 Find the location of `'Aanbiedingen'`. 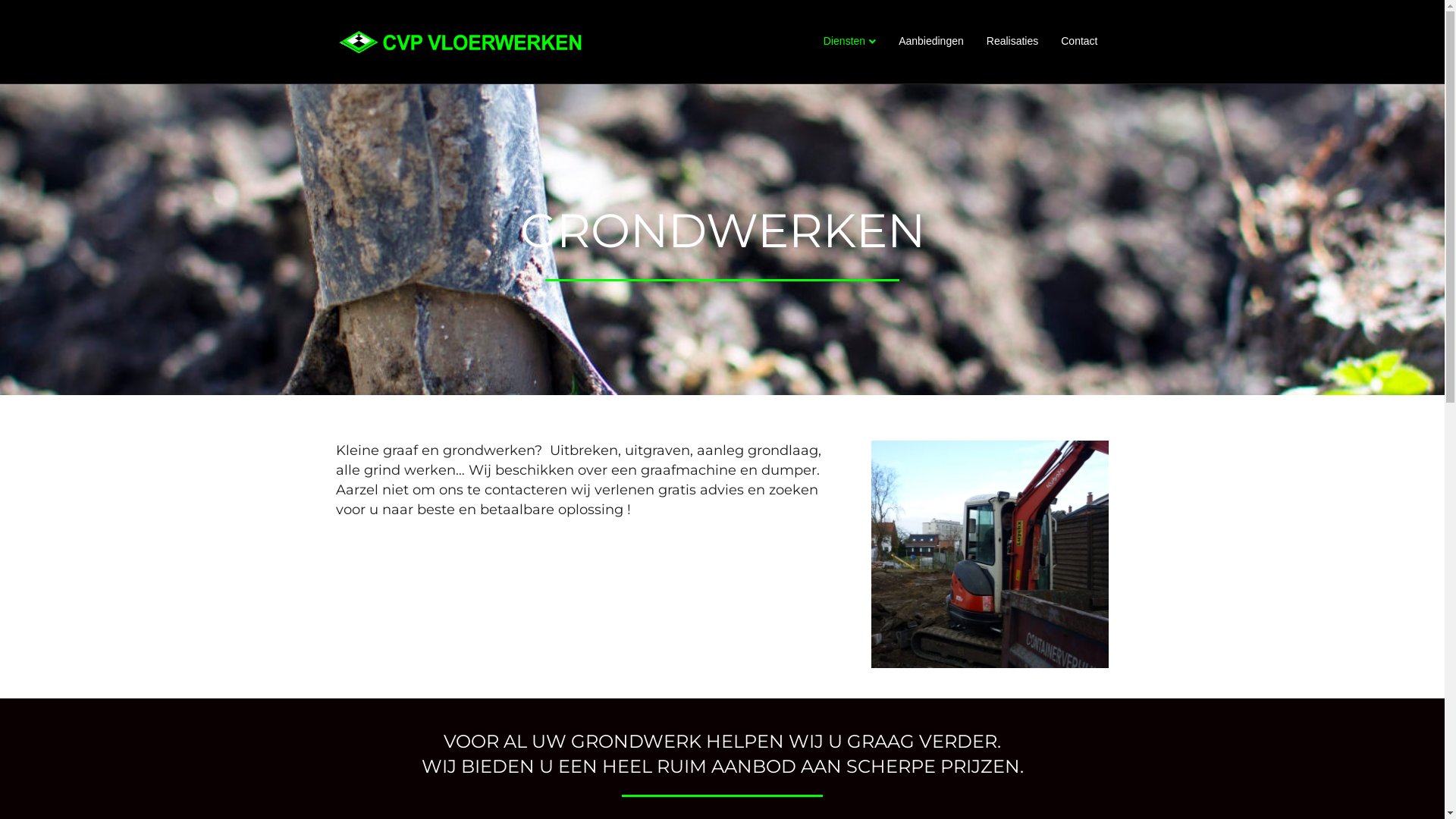

'Aanbiedingen' is located at coordinates (930, 40).